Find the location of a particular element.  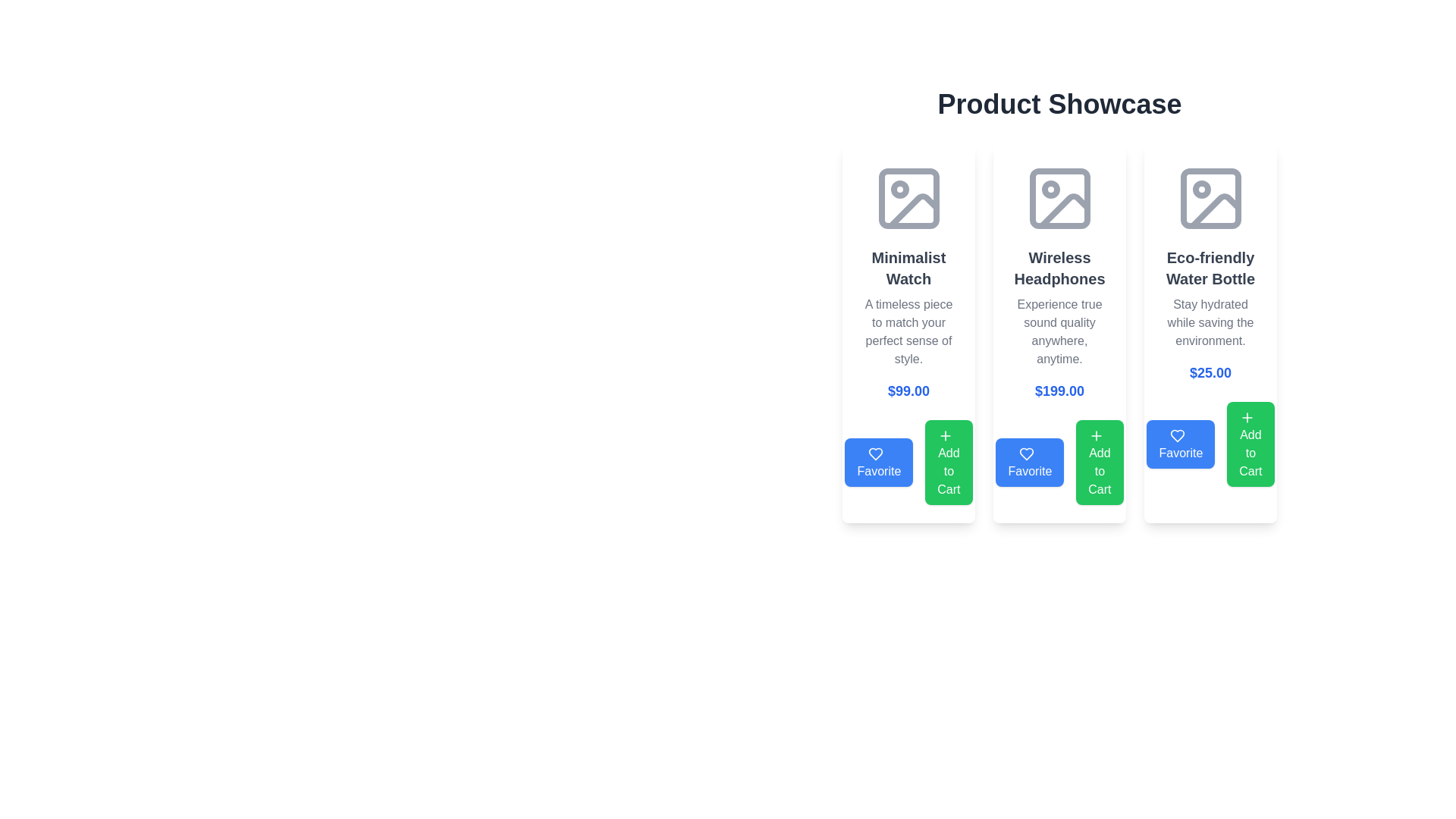

the heart-shaped icon within the 'Favorite' button of the 'Wireless Headphones' product card to favorite or unfavorite the associated item is located at coordinates (1027, 453).